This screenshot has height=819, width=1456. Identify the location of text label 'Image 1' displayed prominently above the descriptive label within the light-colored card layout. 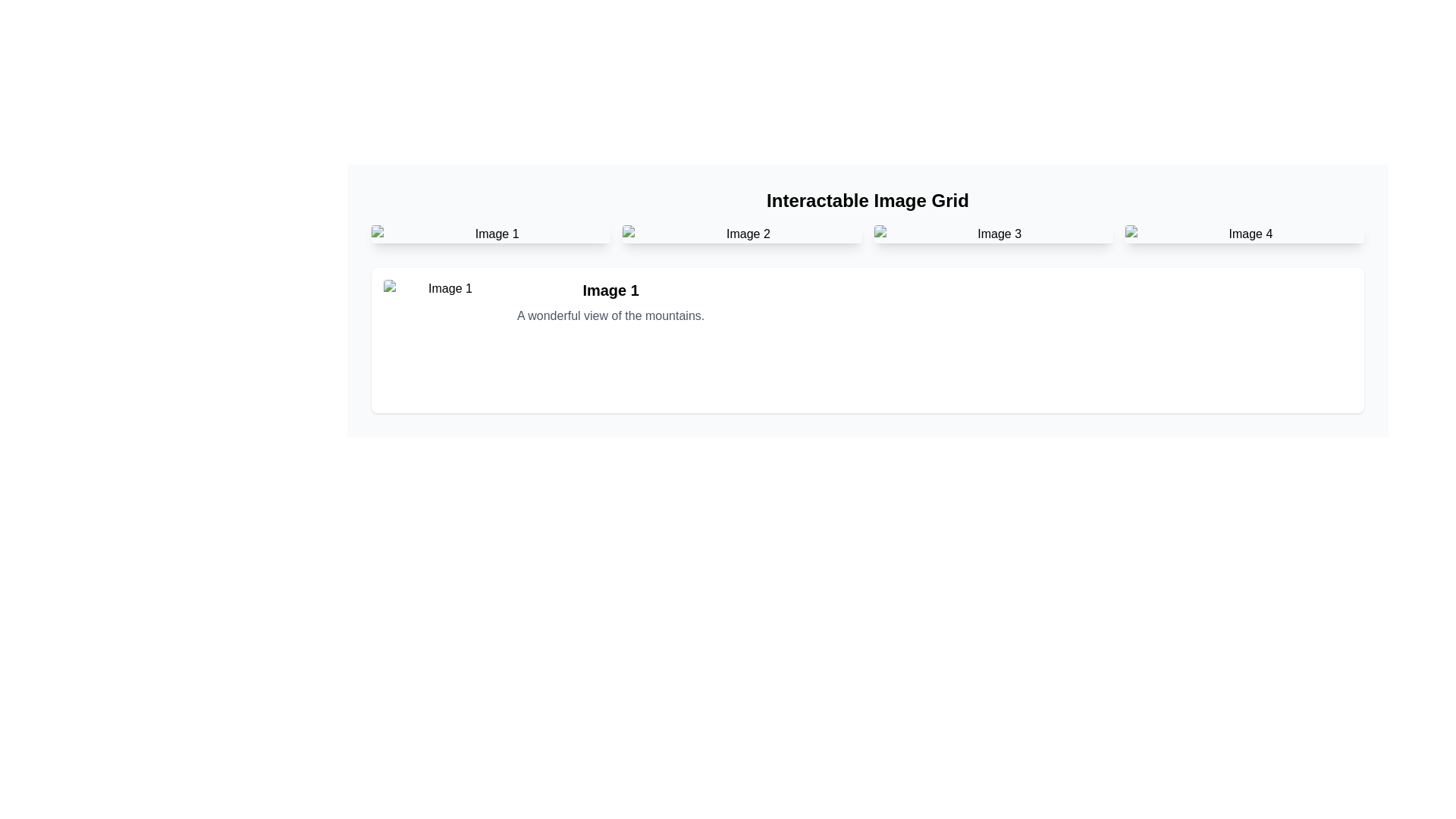
(610, 290).